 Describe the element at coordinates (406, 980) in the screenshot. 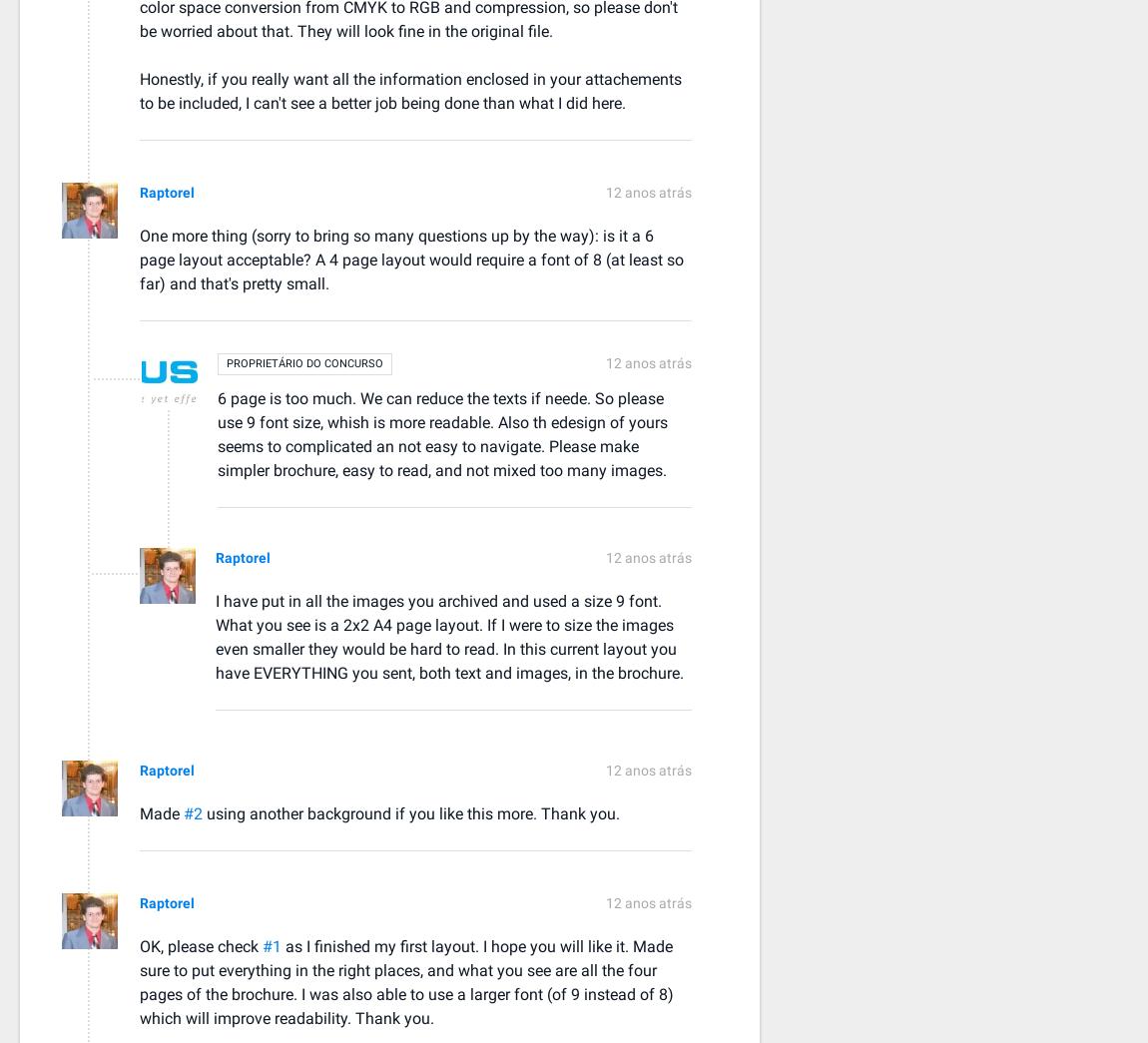

I see `'as I finished my first layout. I hope you will like it. Made sure to put everything in the right places, and what you see are all the four pages of the brochure. I was also able to use a larger font (of 9 instead of 8) which will improve readability. Thank you.'` at that location.